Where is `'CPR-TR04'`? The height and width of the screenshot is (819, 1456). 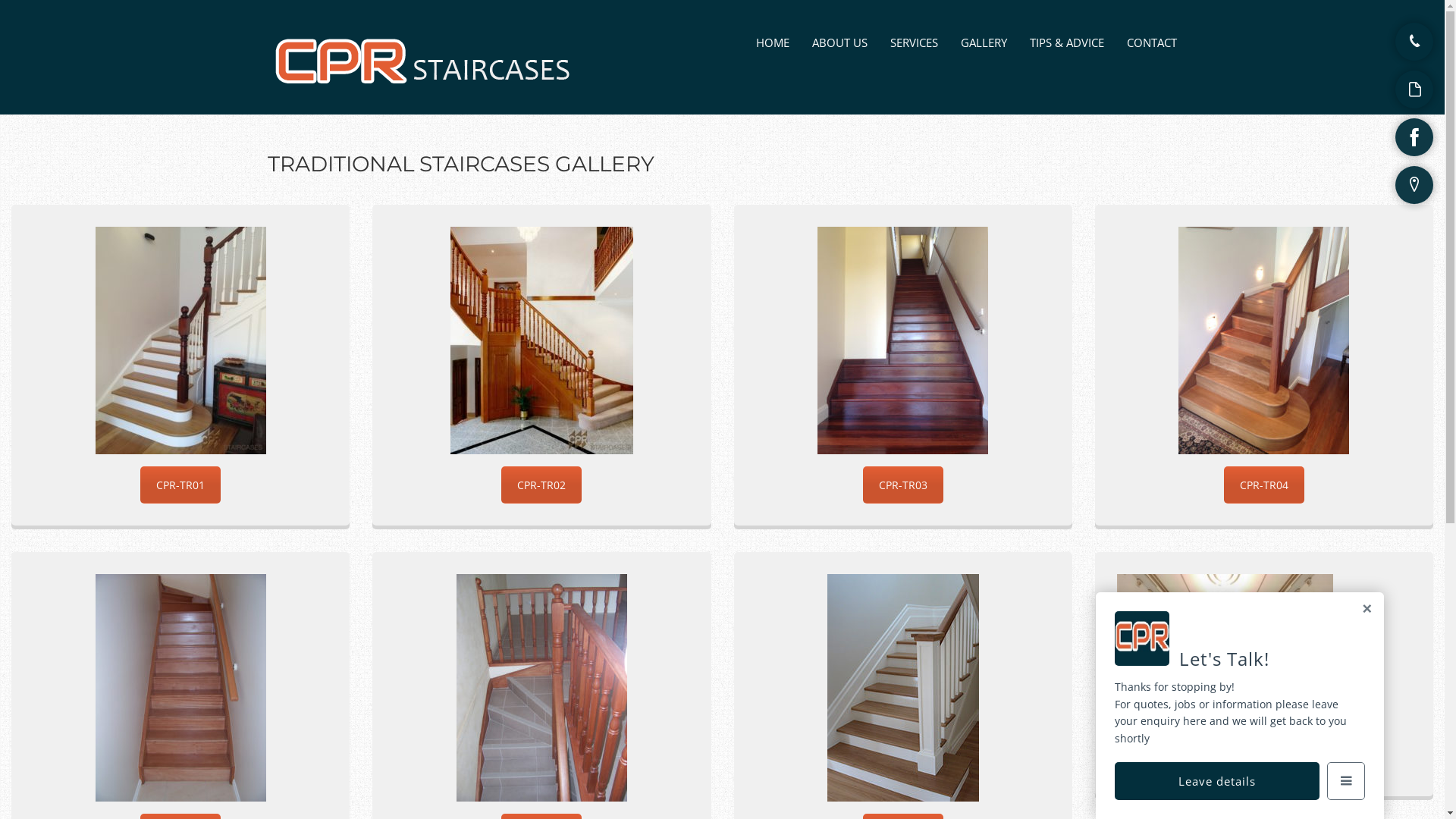 'CPR-TR04' is located at coordinates (1263, 485).